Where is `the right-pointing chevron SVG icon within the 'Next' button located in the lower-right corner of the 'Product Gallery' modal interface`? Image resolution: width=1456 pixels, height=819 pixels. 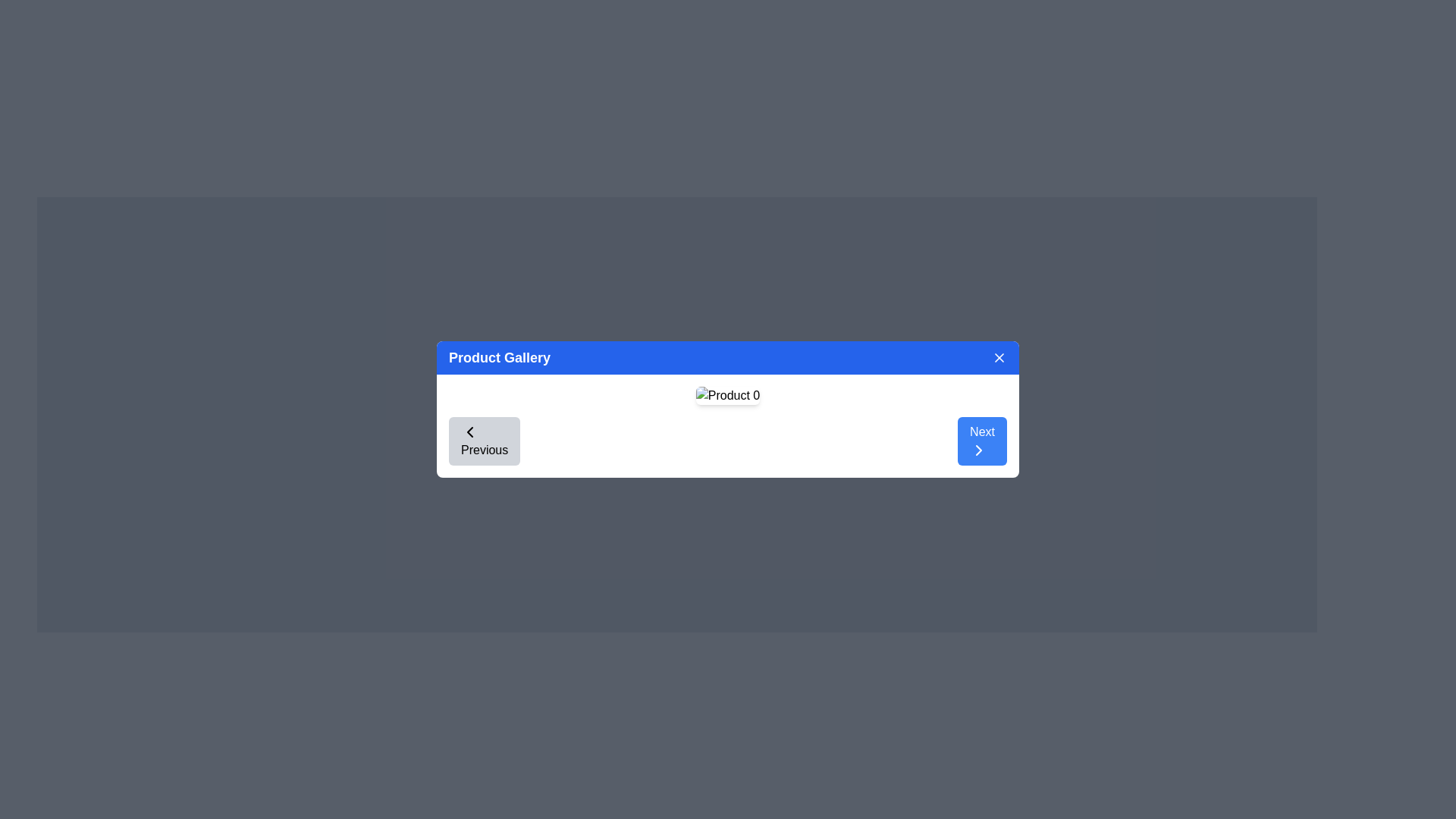
the right-pointing chevron SVG icon within the 'Next' button located in the lower-right corner of the 'Product Gallery' modal interface is located at coordinates (979, 450).